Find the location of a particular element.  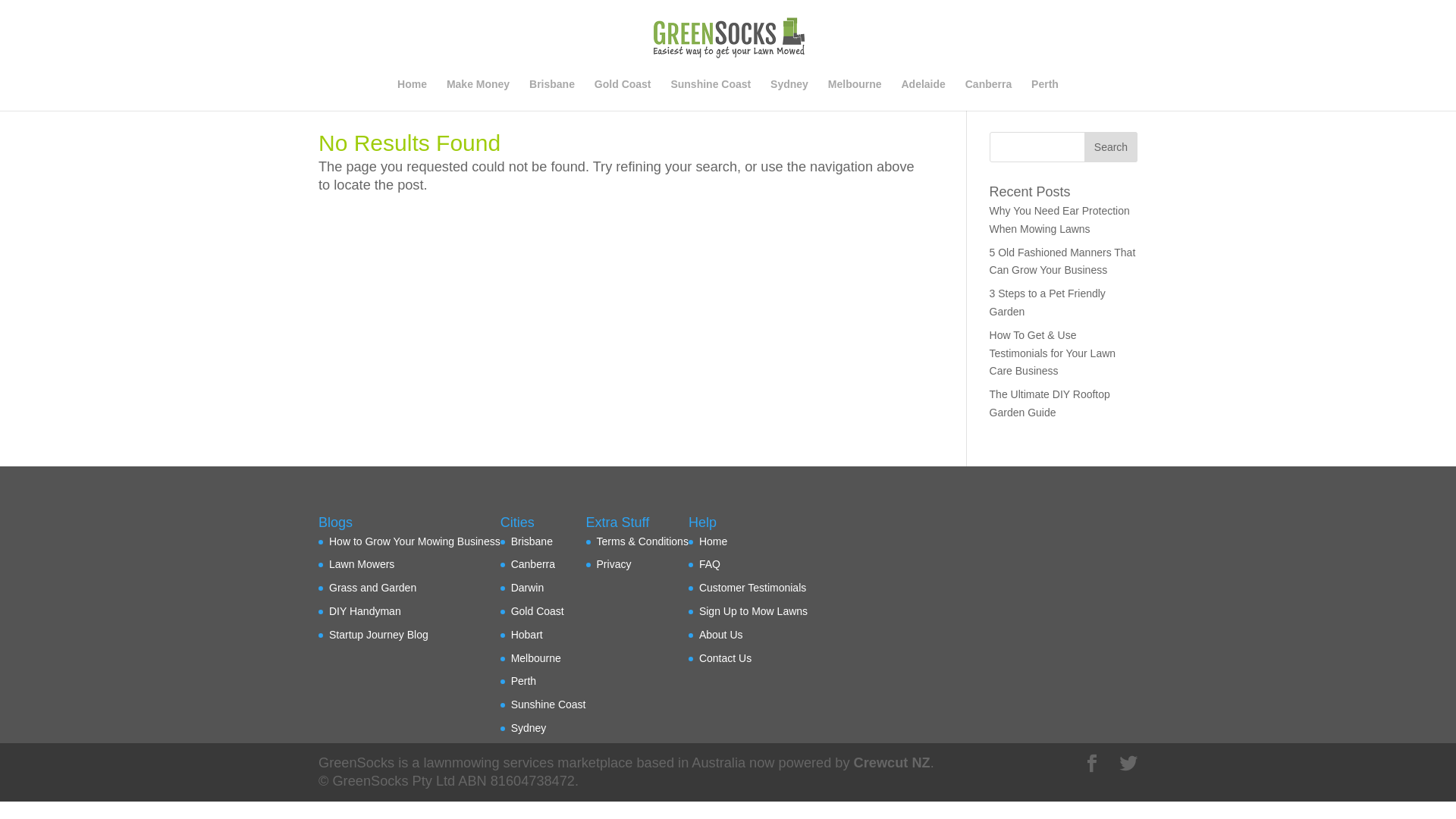

'Hobart' is located at coordinates (527, 635).